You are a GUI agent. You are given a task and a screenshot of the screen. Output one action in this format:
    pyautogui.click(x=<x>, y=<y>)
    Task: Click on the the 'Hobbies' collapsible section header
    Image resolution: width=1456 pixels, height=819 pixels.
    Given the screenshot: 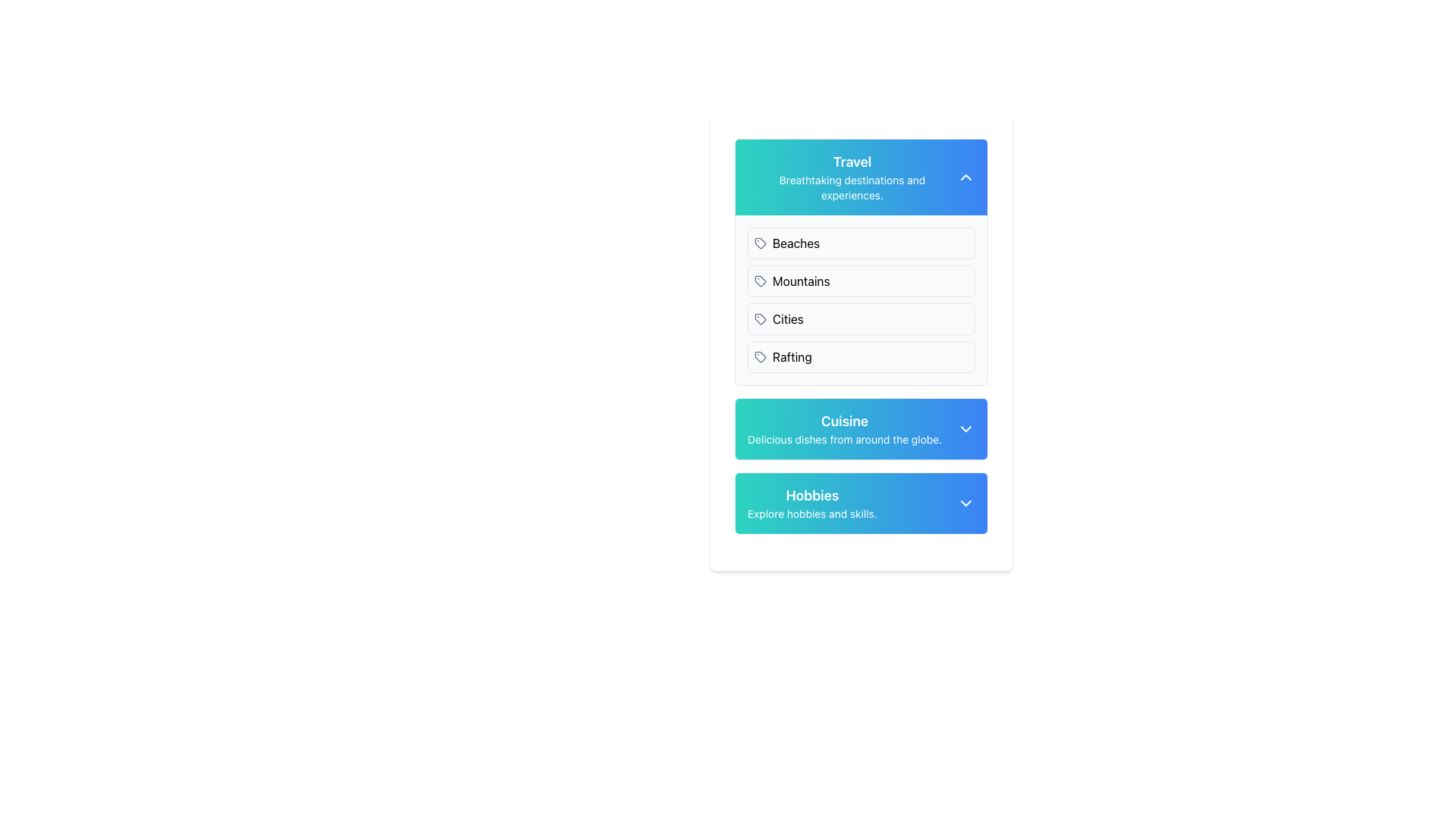 What is the action you would take?
    pyautogui.click(x=861, y=503)
    